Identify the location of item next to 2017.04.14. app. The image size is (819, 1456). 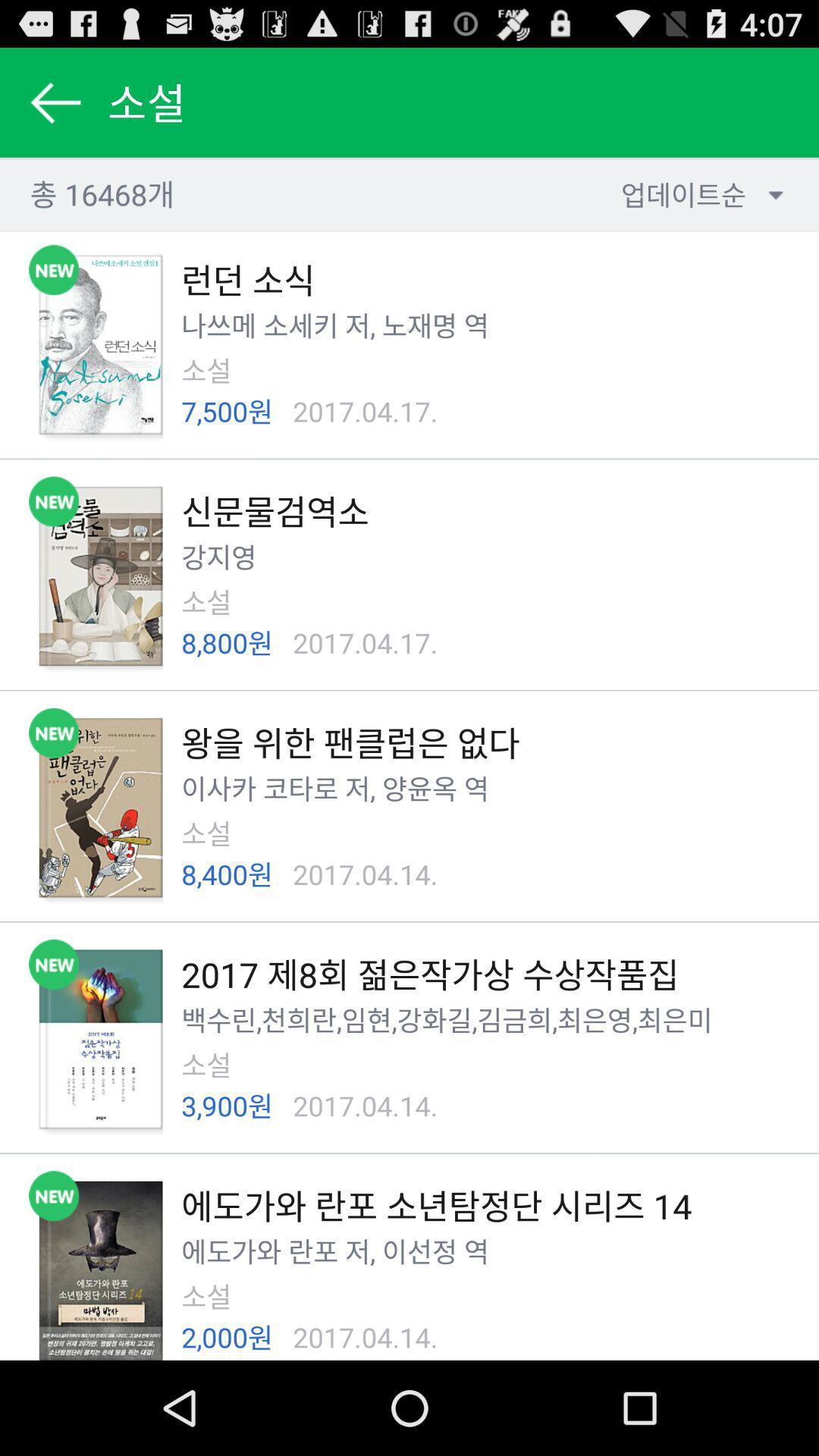
(227, 1106).